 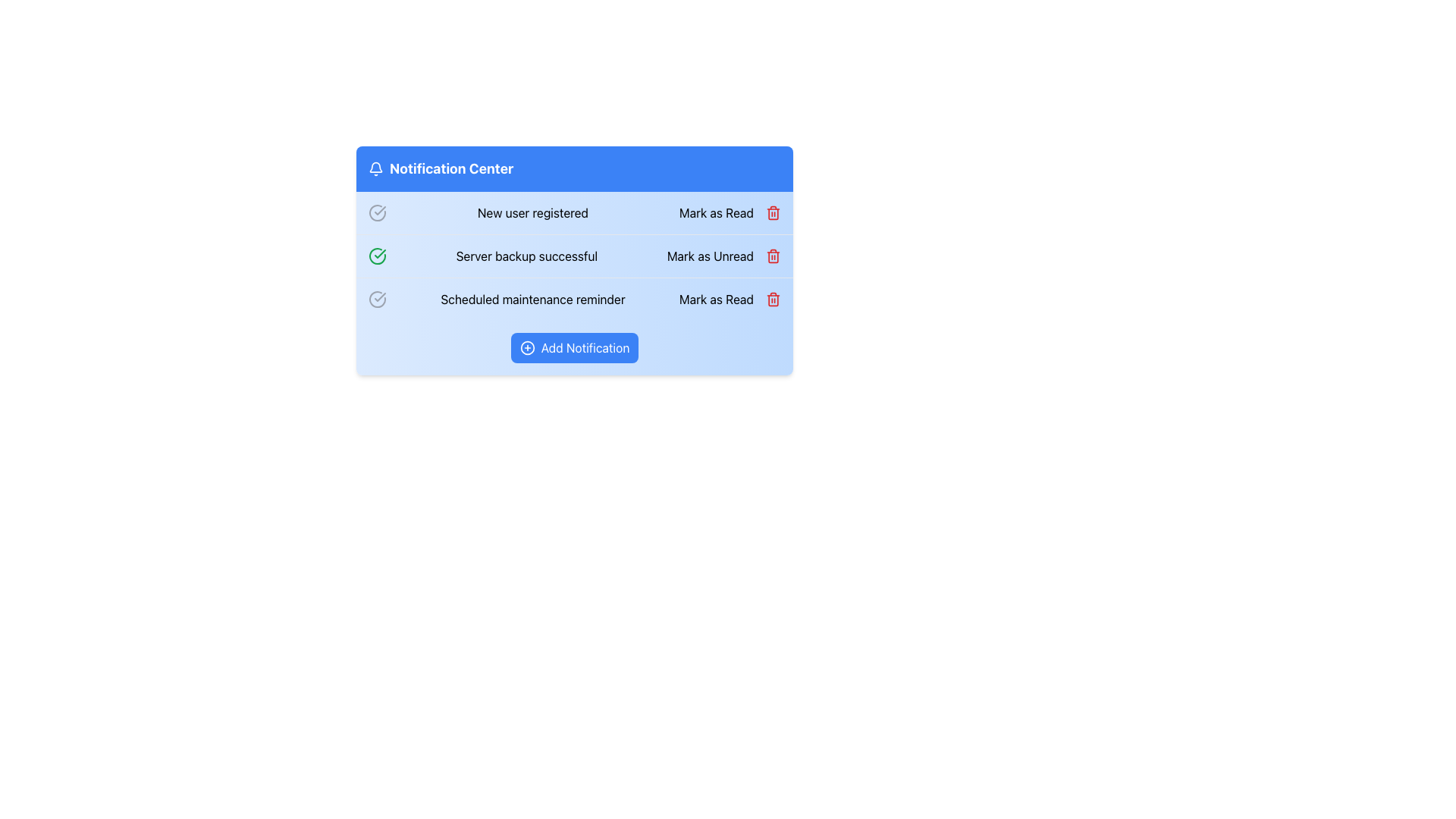 I want to click on the button at the far-right end of the 'Server backup successful' notification row, so click(x=709, y=256).